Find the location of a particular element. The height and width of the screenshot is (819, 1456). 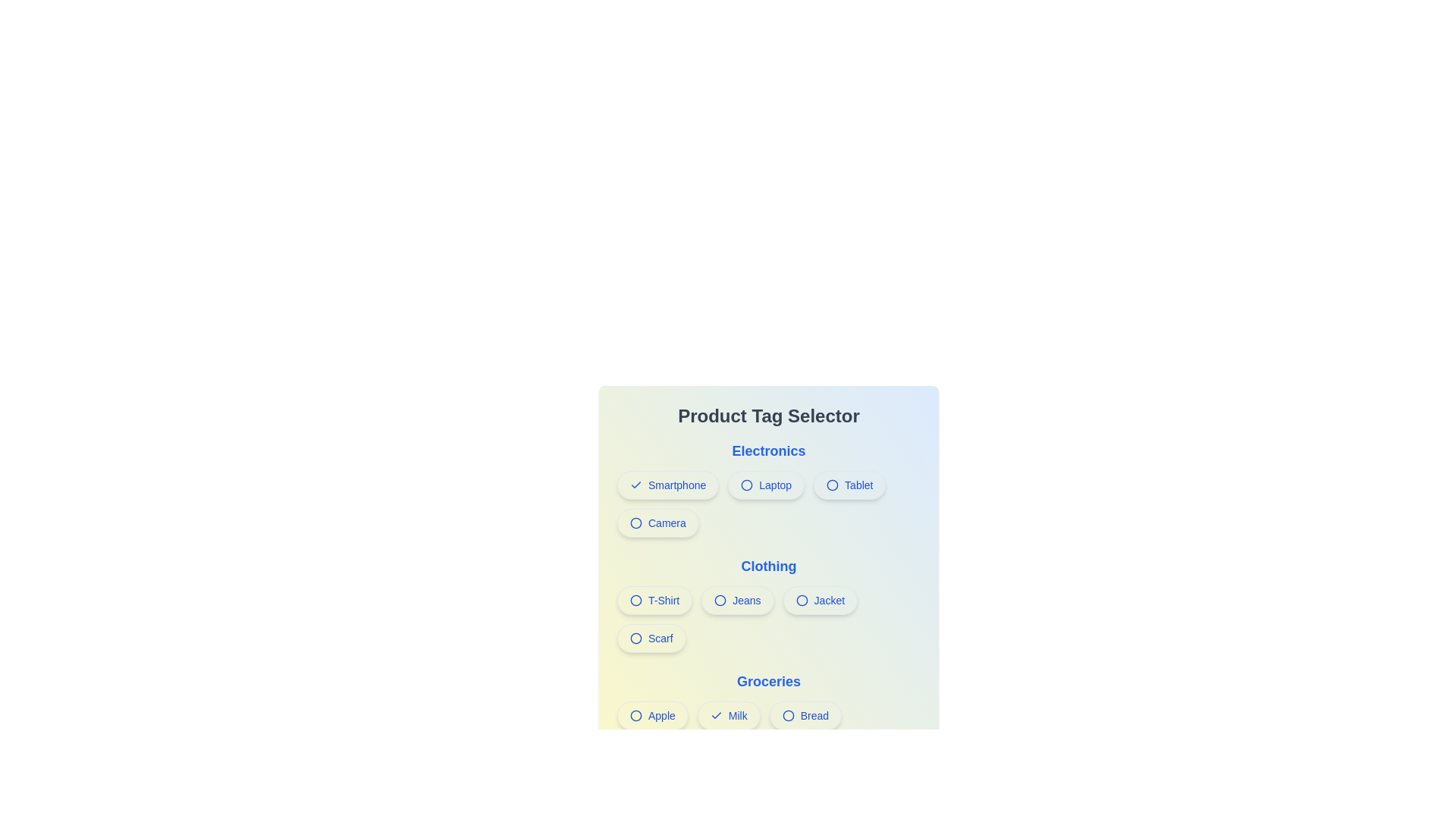

the 'Bread' button, which is a rounded button with a light blue border and blue text, located in the 'Groceries' section of the 'Product Tag Selector' interface is located at coordinates (805, 716).